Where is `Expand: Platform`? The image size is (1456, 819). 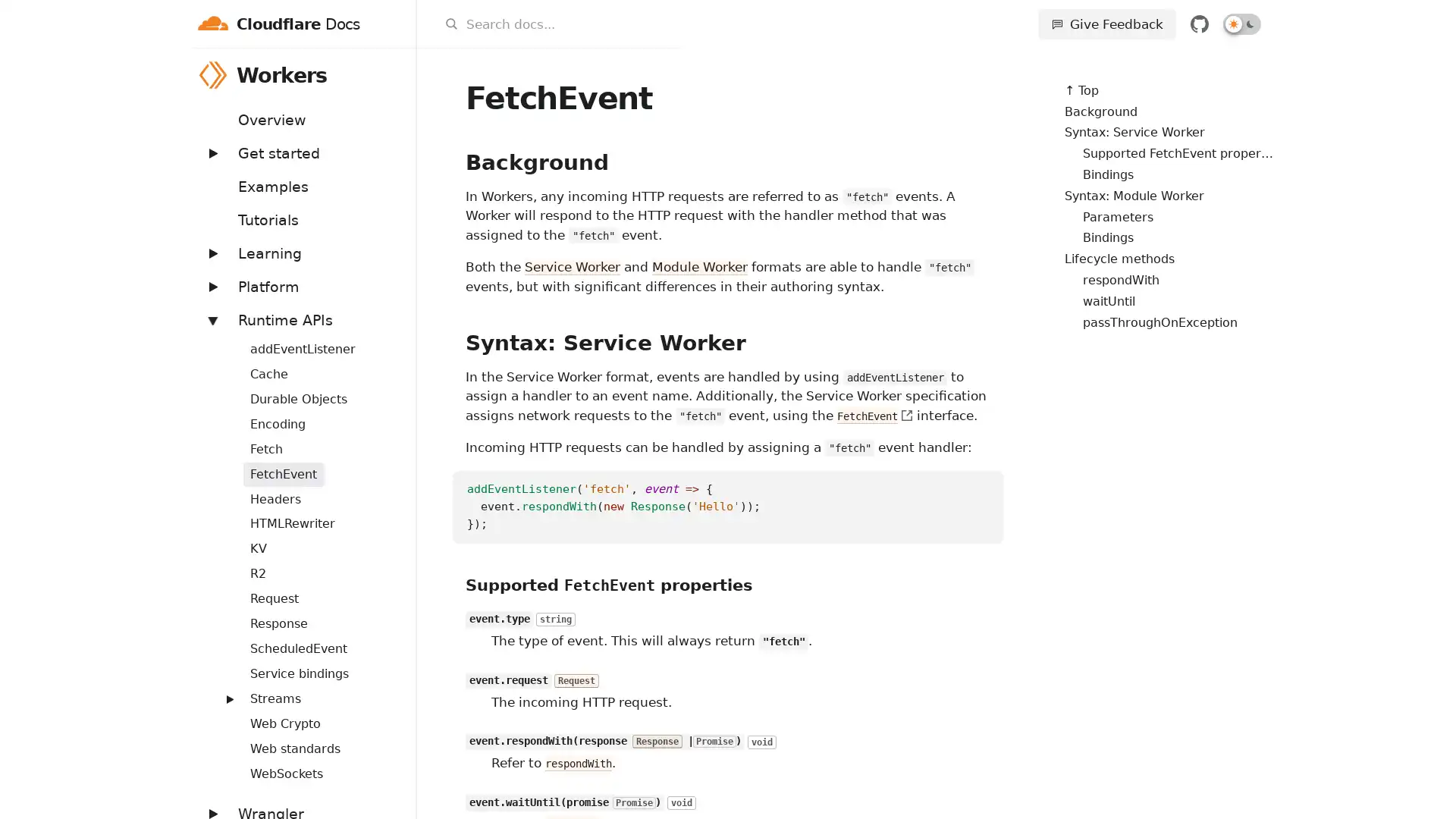
Expand: Platform is located at coordinates (211, 286).